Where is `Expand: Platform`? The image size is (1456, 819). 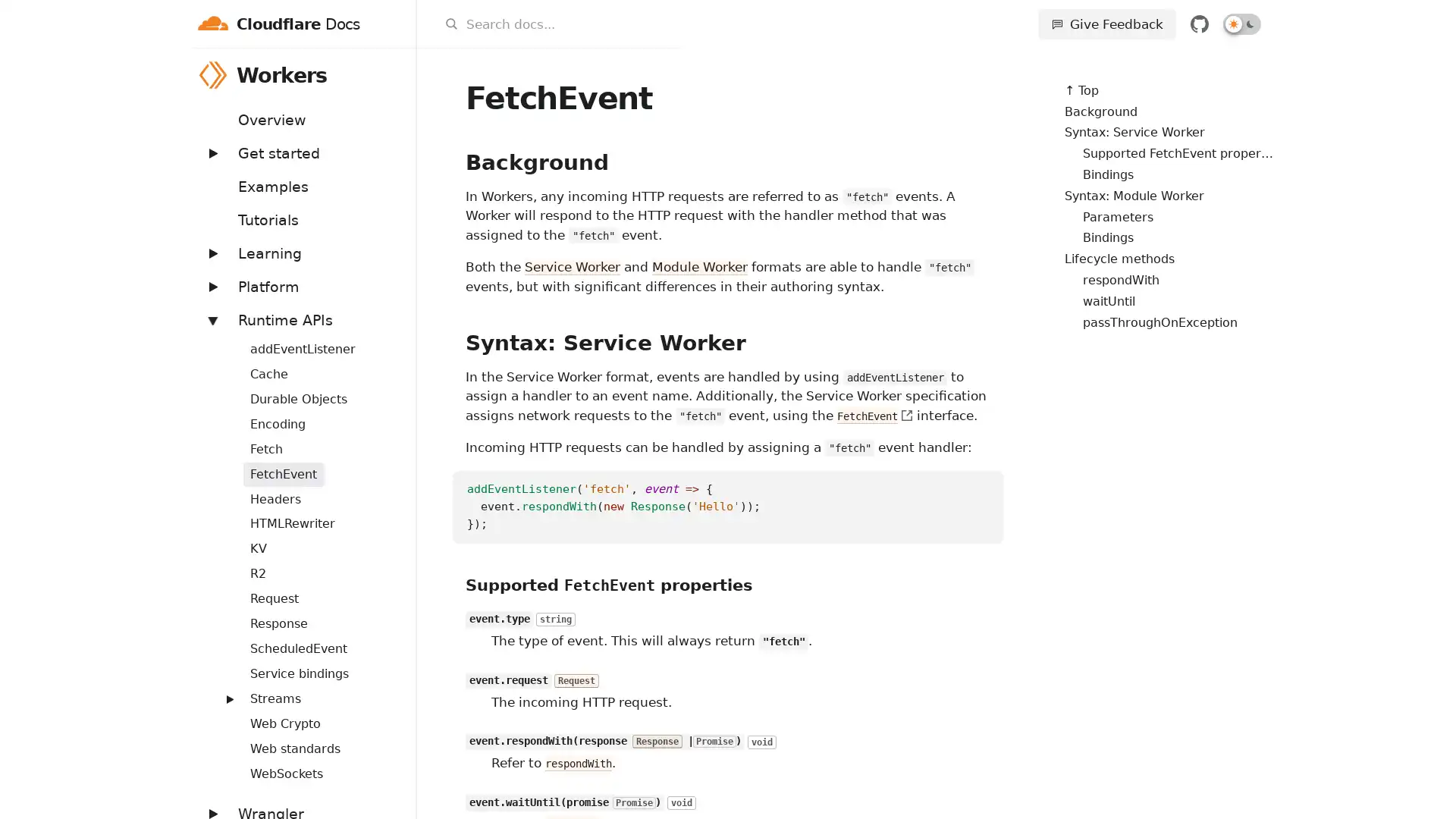
Expand: Platform is located at coordinates (211, 286).